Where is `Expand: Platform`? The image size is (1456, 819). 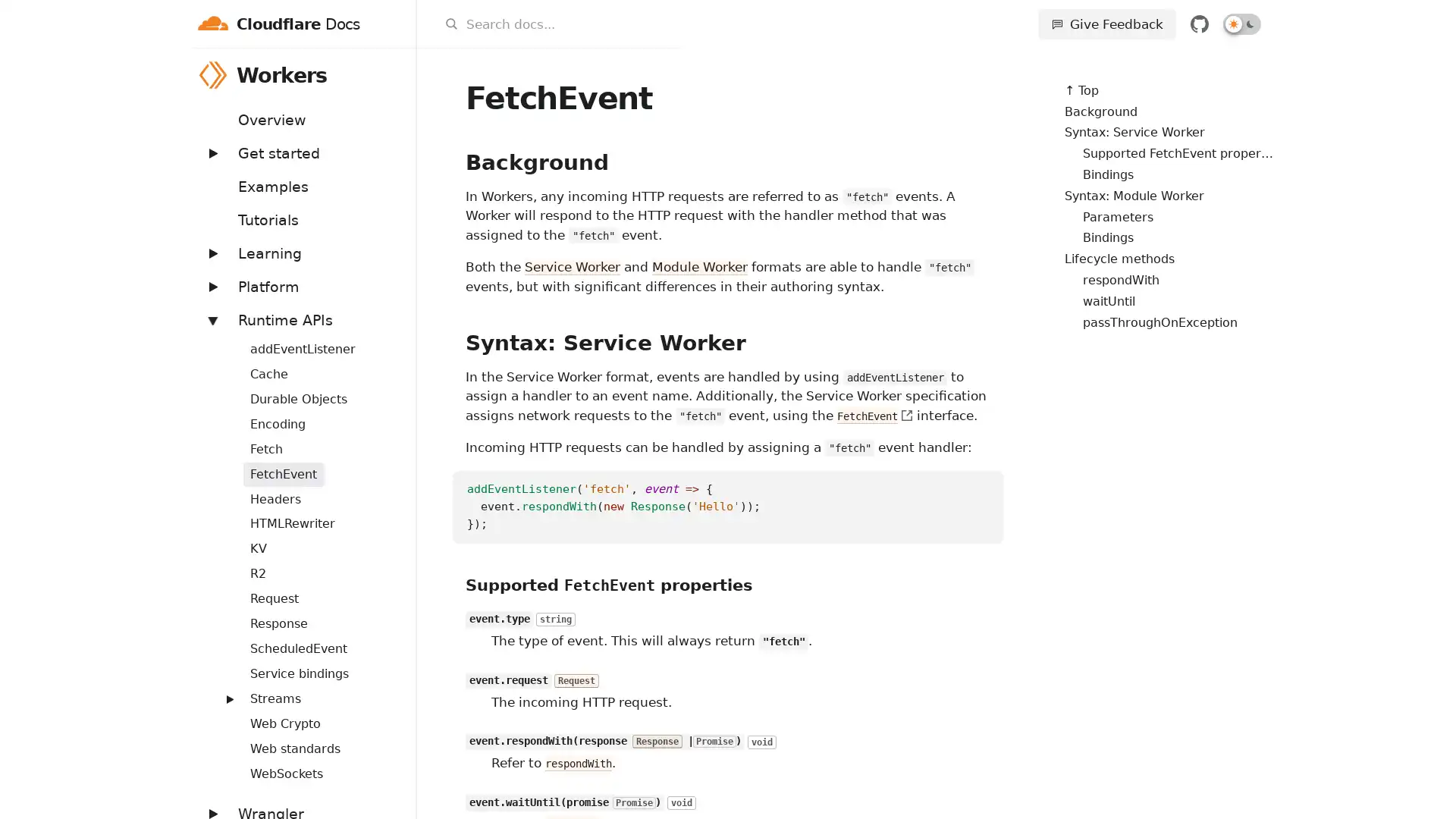
Expand: Platform is located at coordinates (211, 286).